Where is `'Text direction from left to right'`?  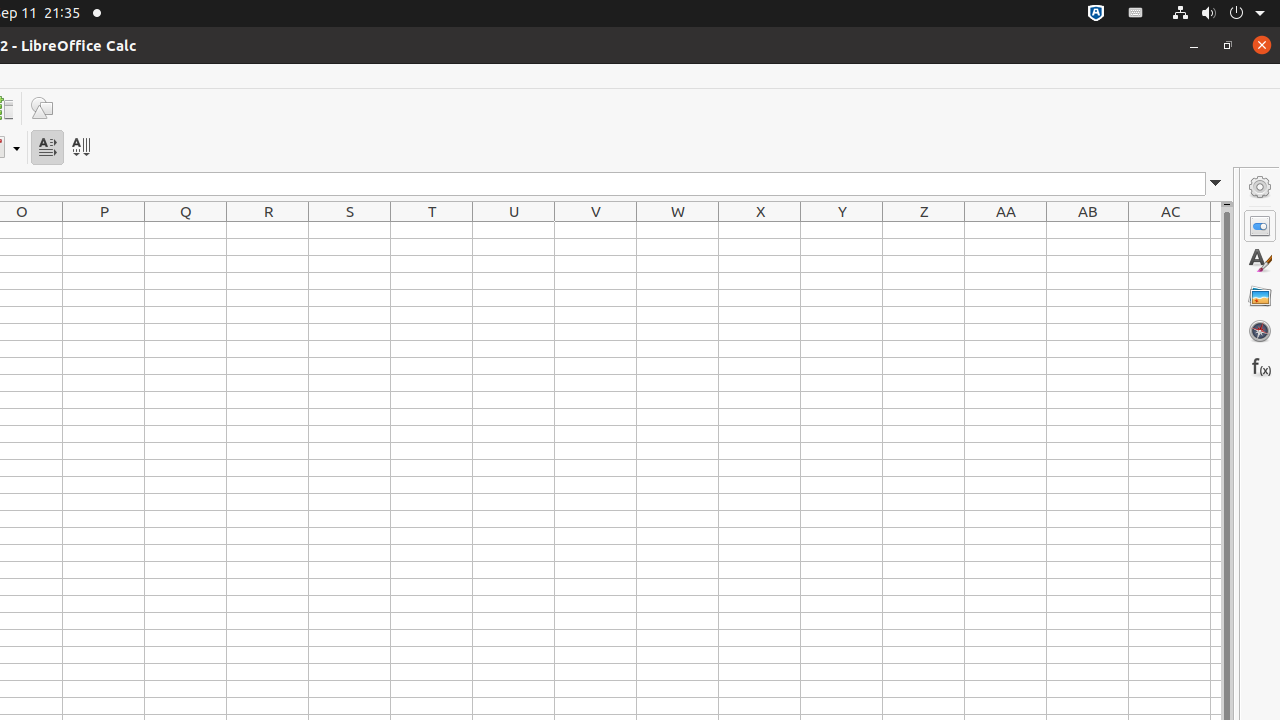
'Text direction from left to right' is located at coordinates (47, 146).